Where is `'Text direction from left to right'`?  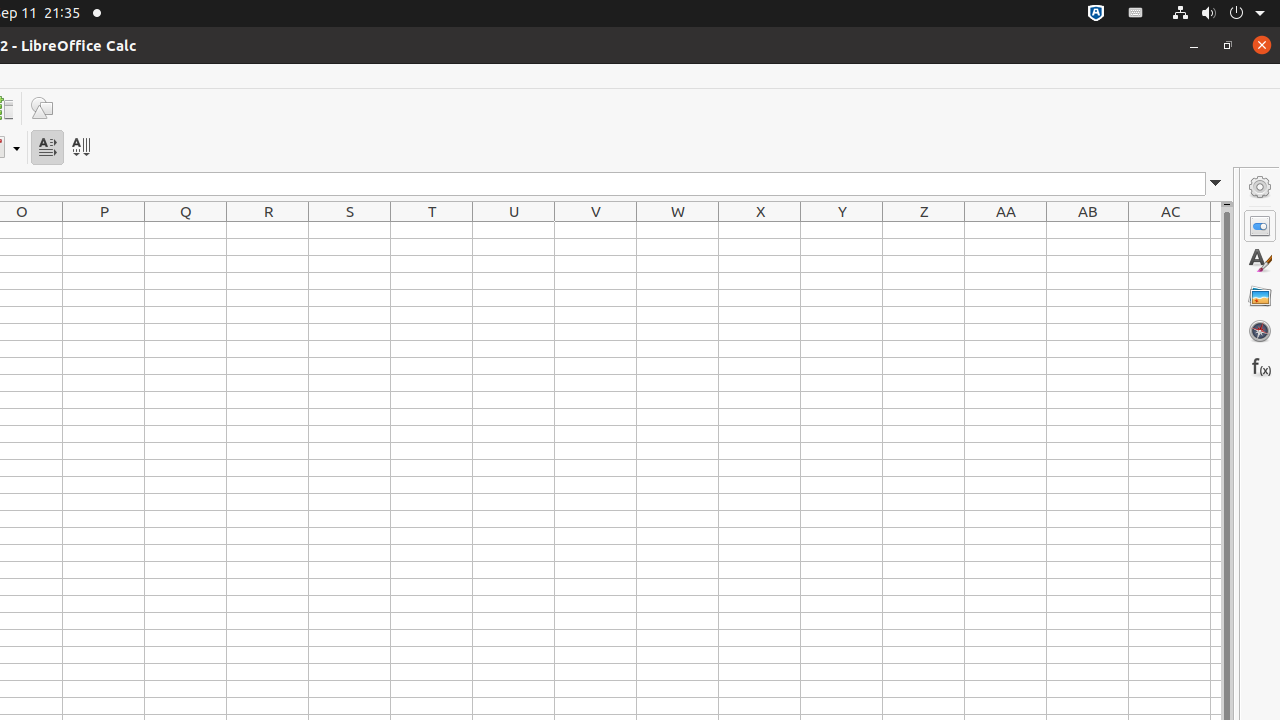
'Text direction from left to right' is located at coordinates (47, 146).